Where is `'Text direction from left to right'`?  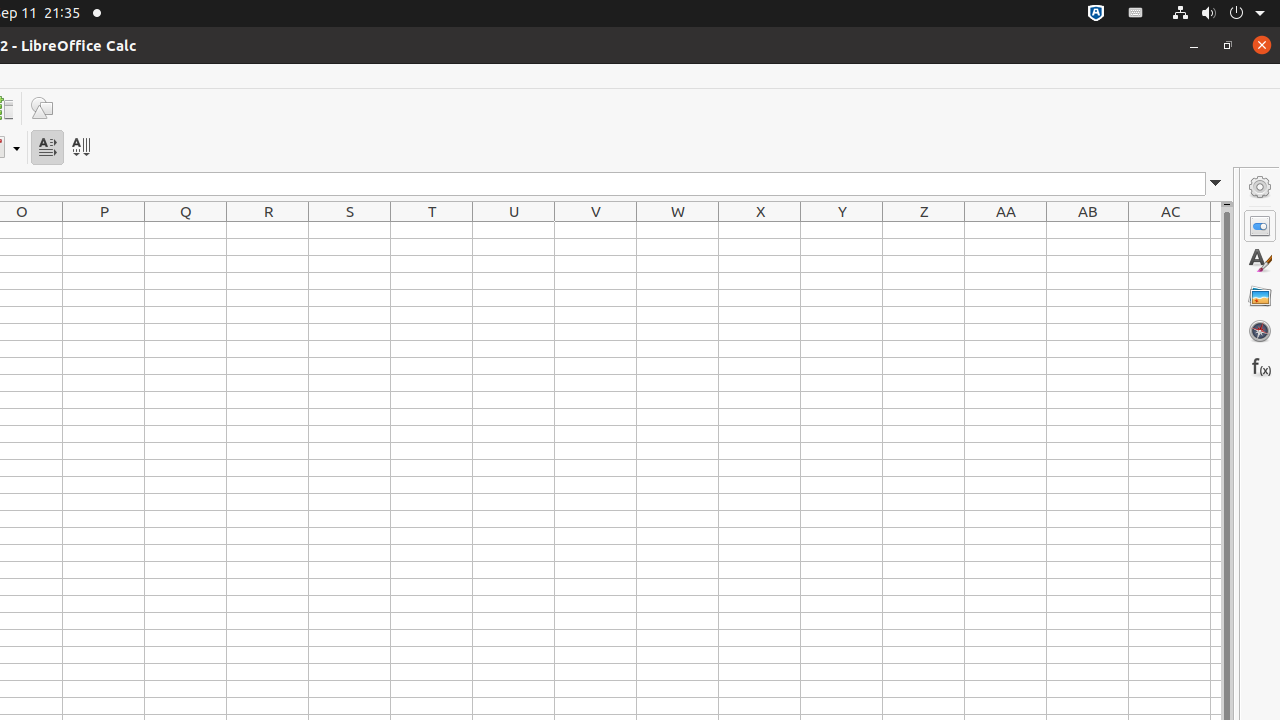
'Text direction from left to right' is located at coordinates (47, 146).